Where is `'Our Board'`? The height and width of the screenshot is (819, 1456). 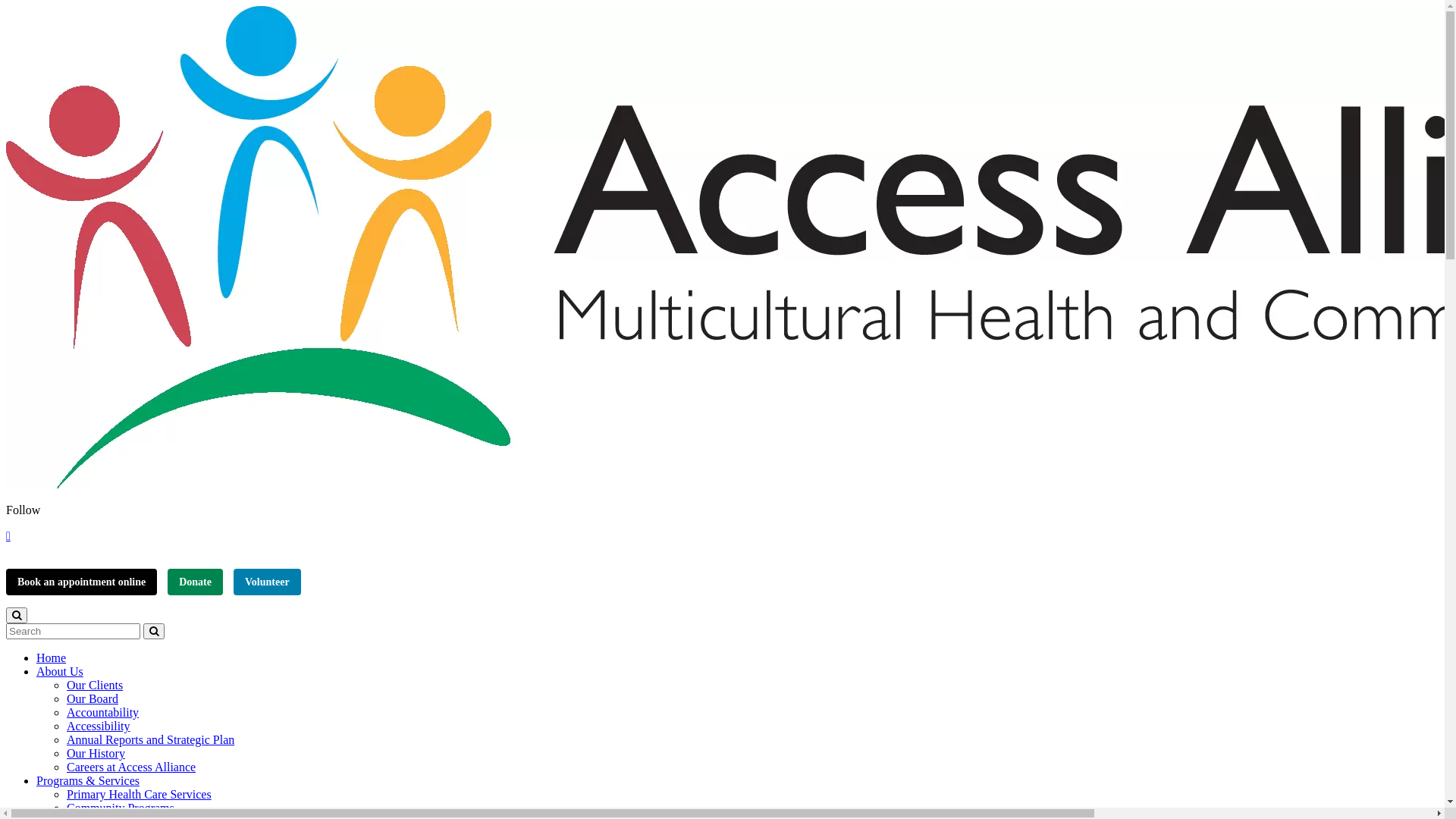 'Our Board' is located at coordinates (91, 698).